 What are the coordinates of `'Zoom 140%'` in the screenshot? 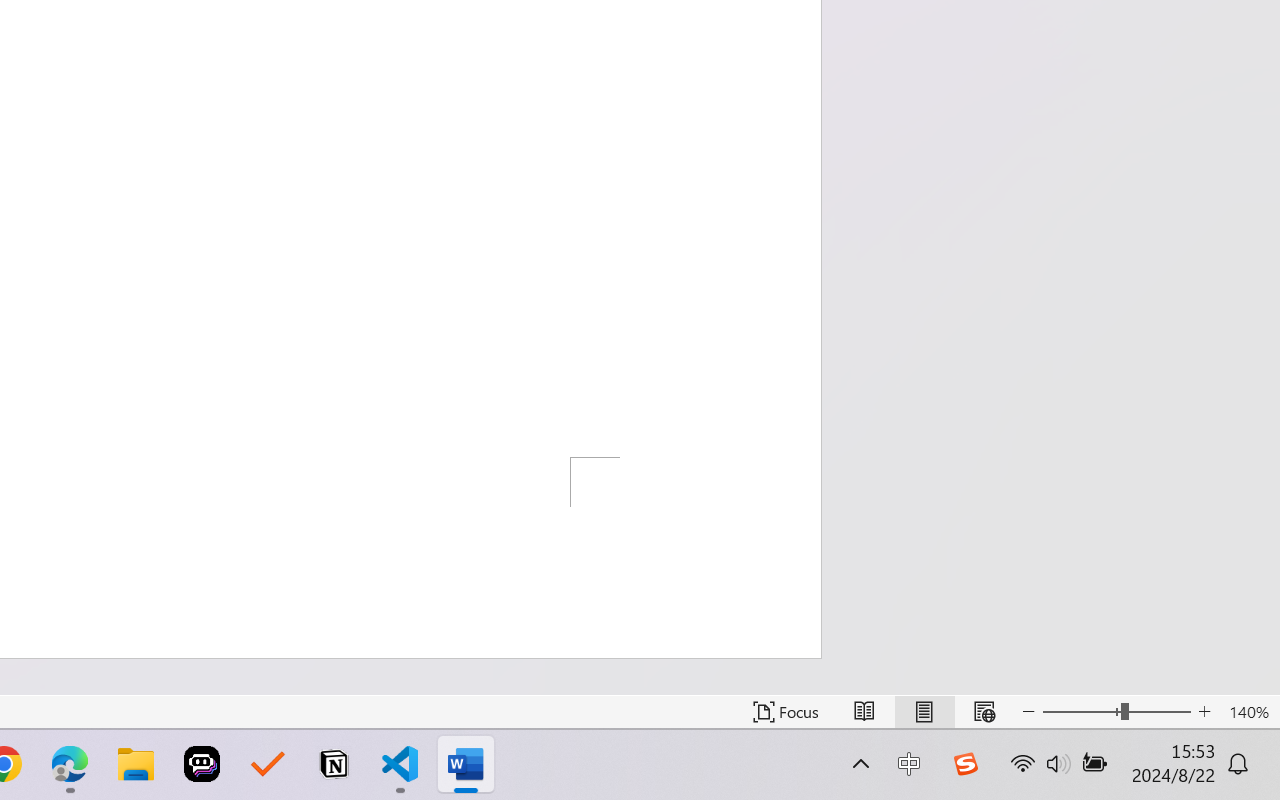 It's located at (1248, 711).